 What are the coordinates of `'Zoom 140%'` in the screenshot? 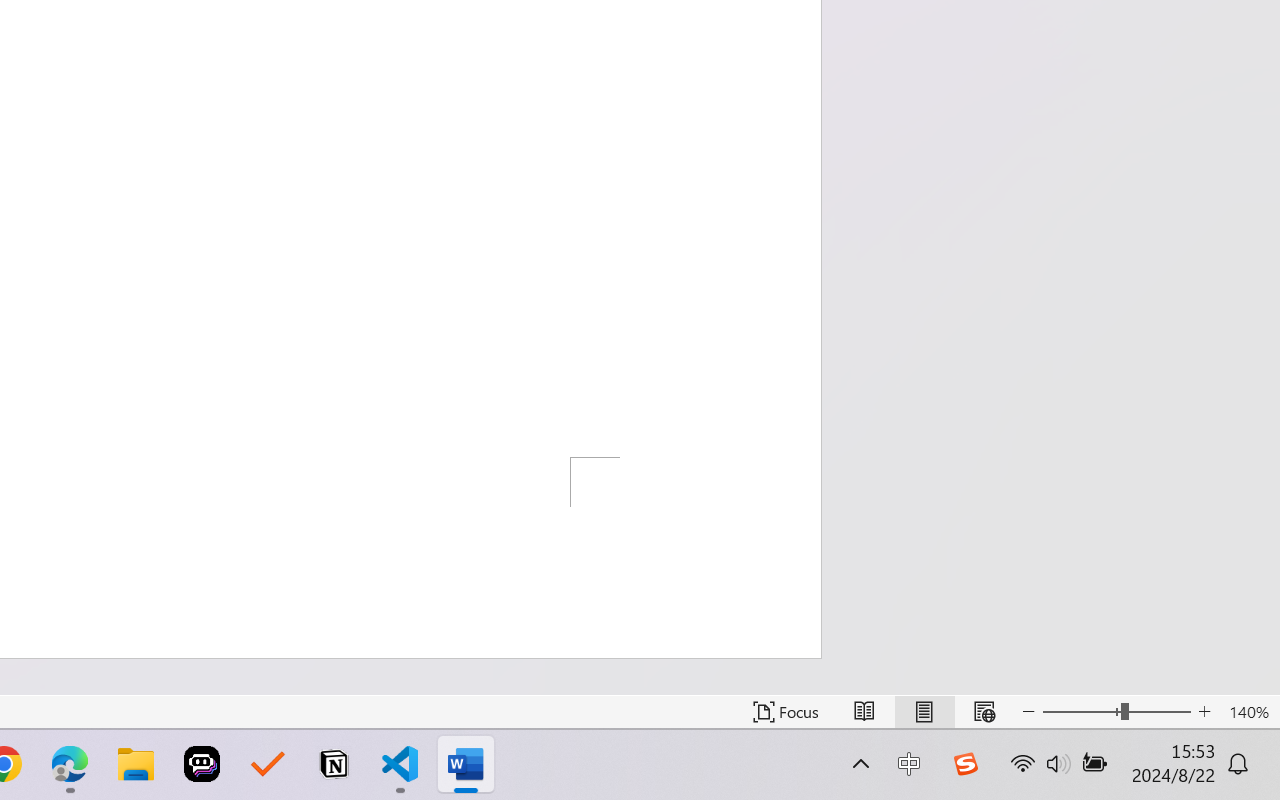 It's located at (1248, 711).